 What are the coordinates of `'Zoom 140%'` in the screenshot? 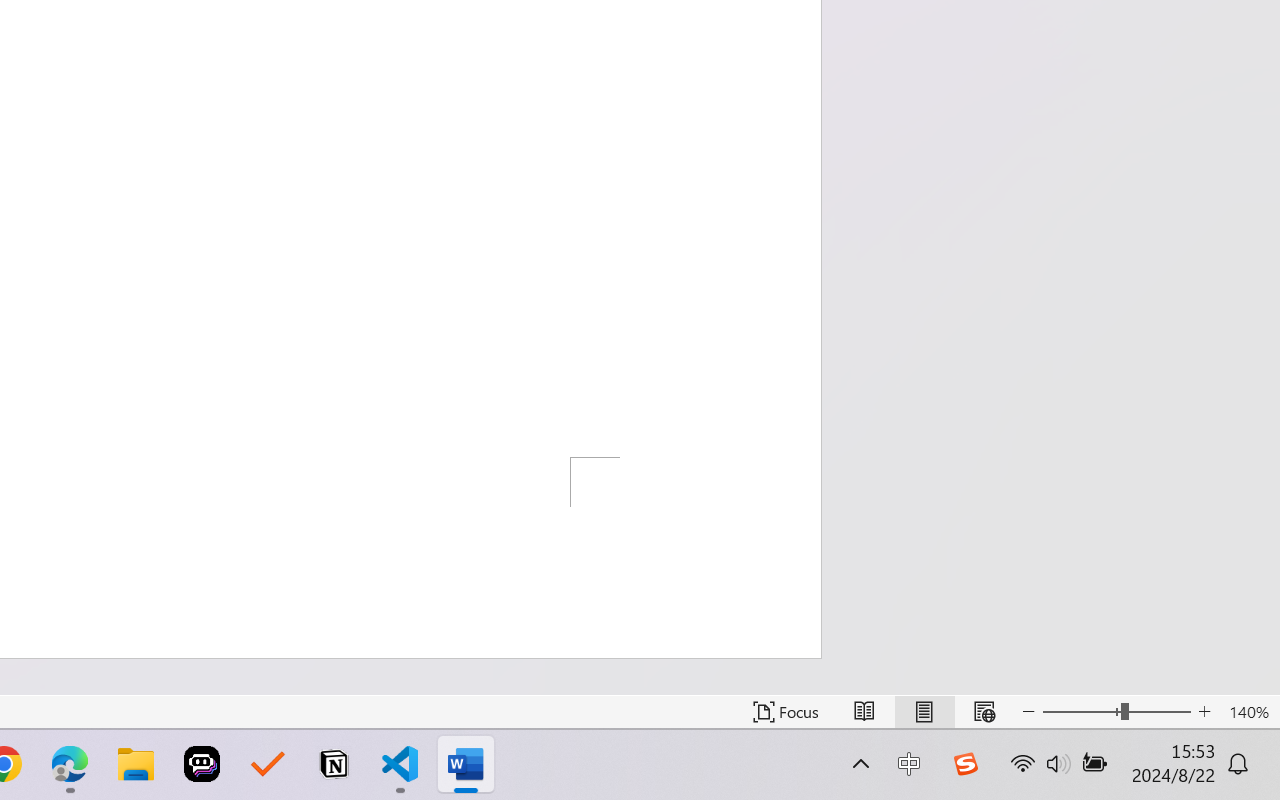 It's located at (1248, 711).